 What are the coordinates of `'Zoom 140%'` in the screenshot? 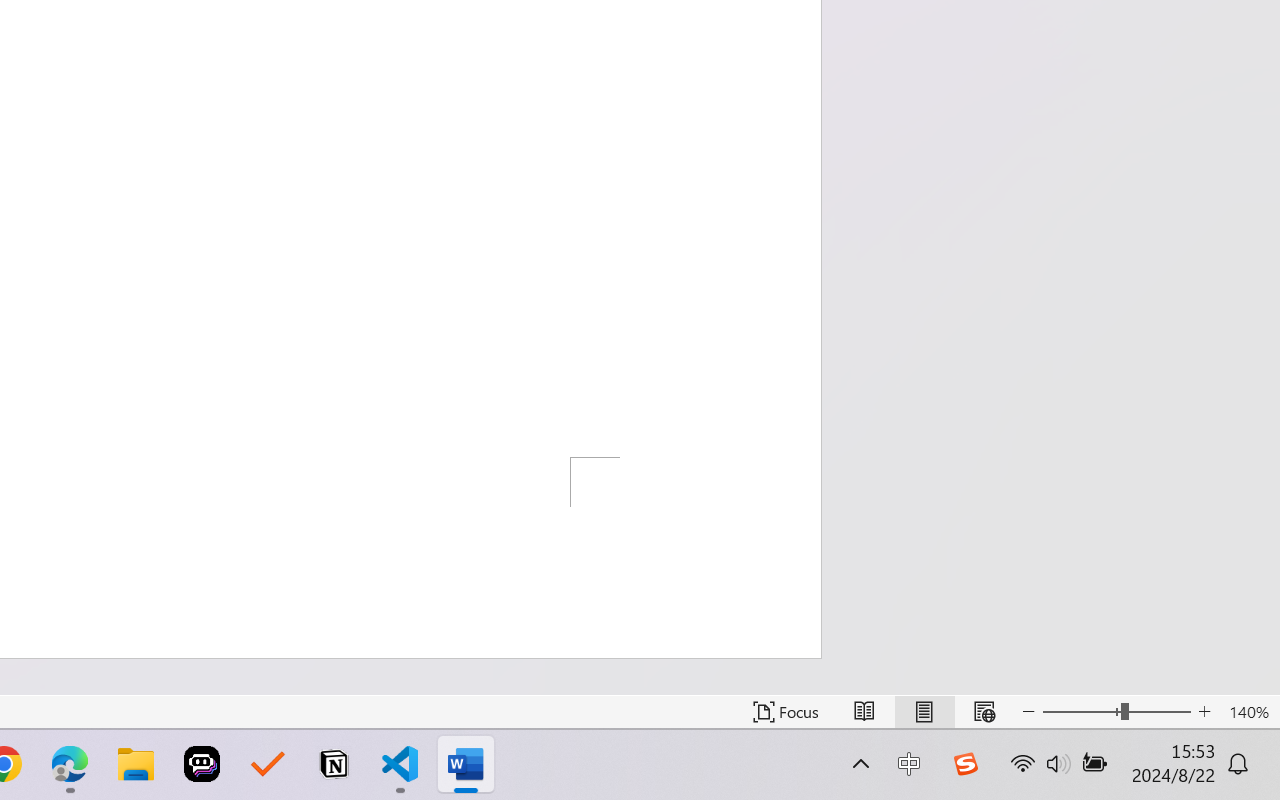 It's located at (1248, 711).